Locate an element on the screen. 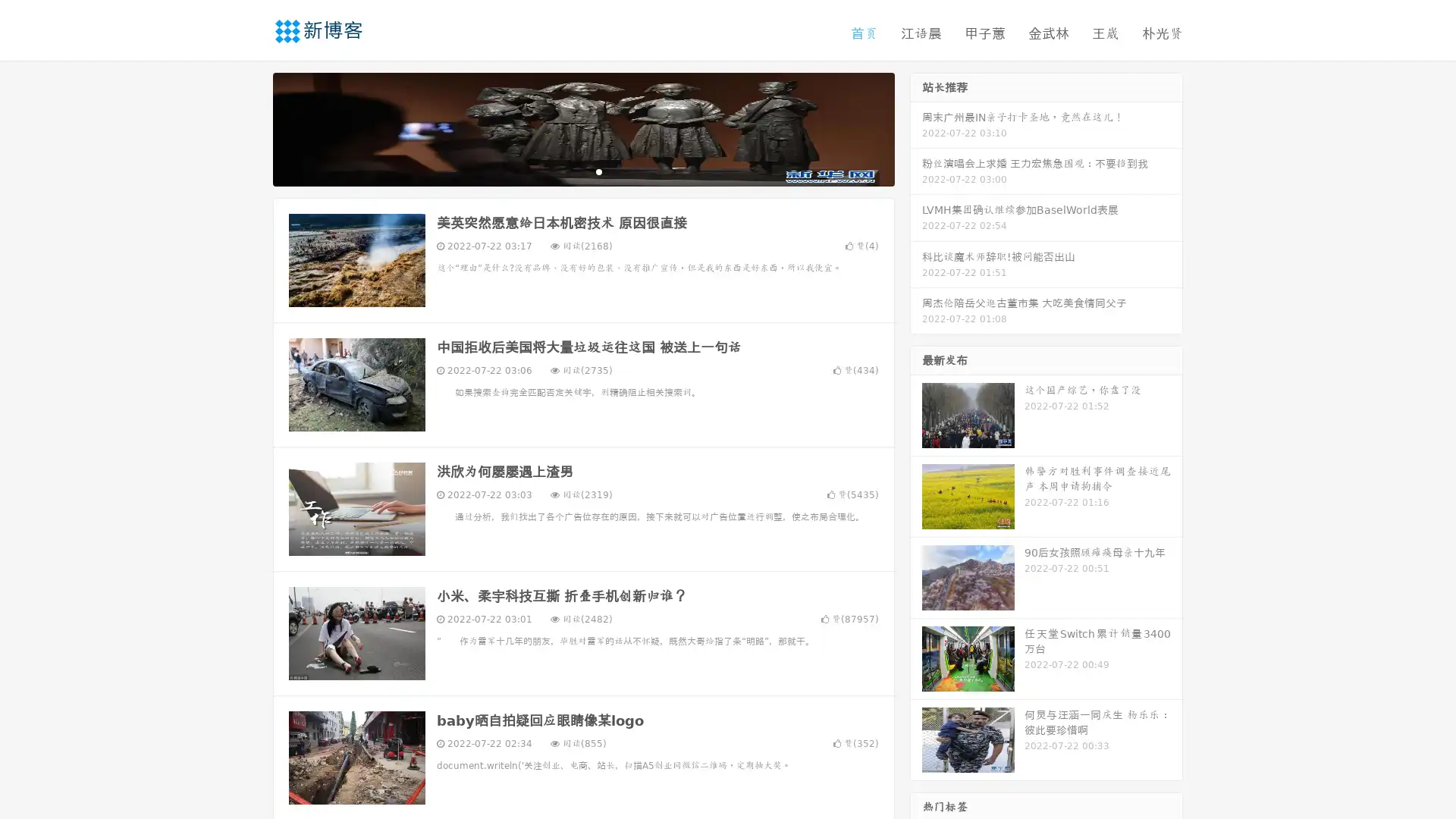  Go to slide 1 is located at coordinates (567, 171).